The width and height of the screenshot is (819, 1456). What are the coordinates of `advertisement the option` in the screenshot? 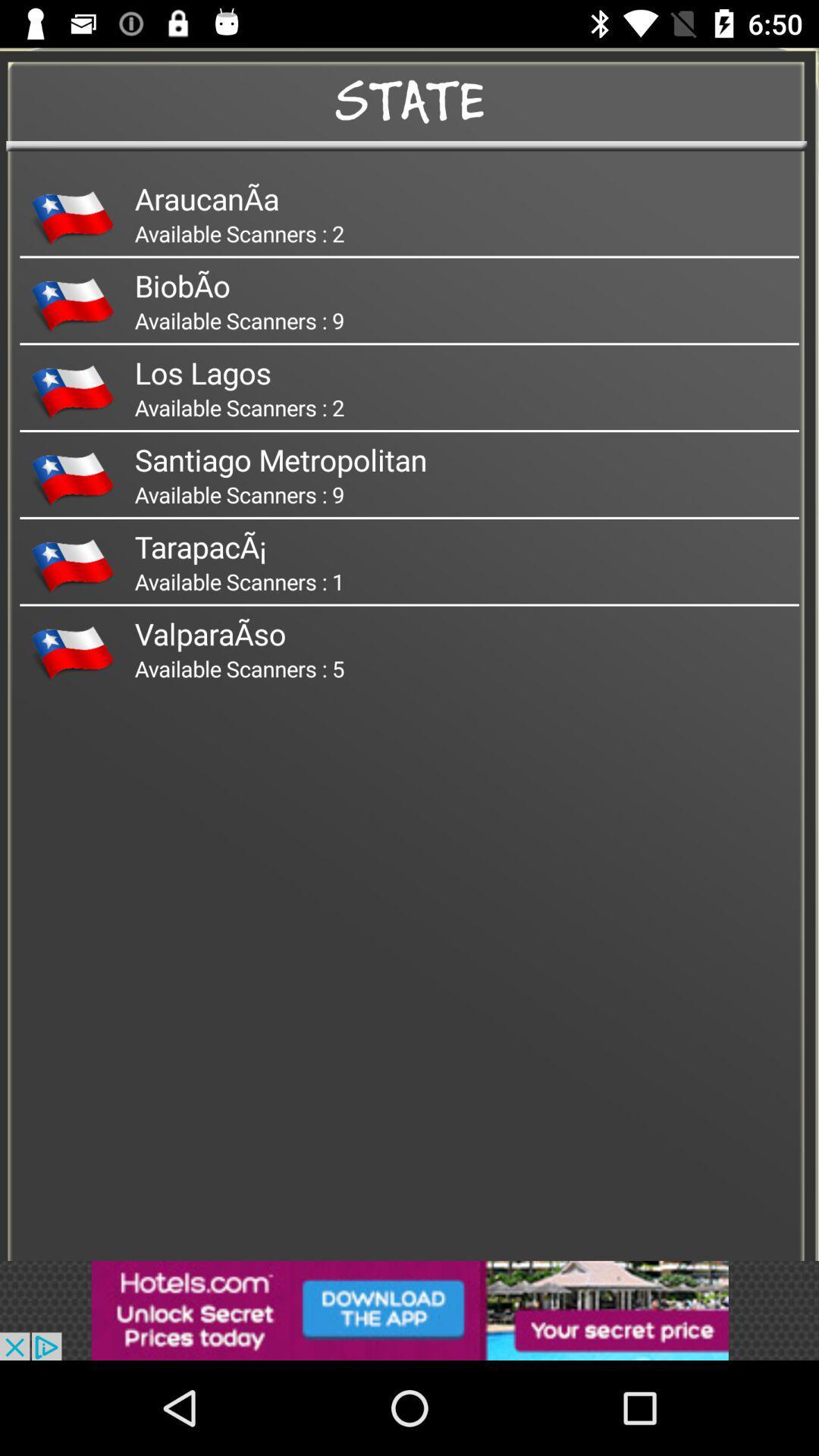 It's located at (409, 1310).